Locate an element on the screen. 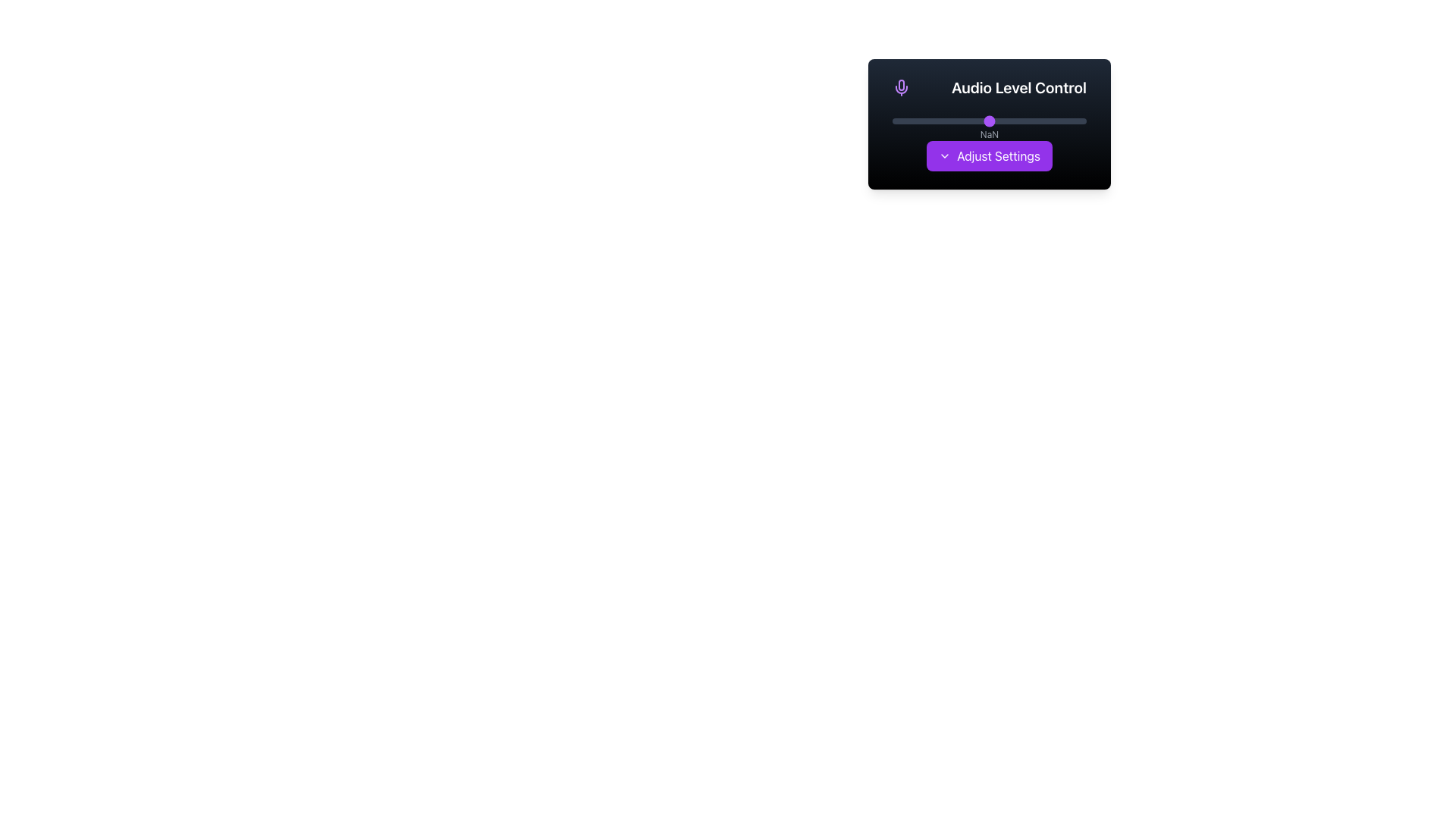  the slider value is located at coordinates (1043, 120).